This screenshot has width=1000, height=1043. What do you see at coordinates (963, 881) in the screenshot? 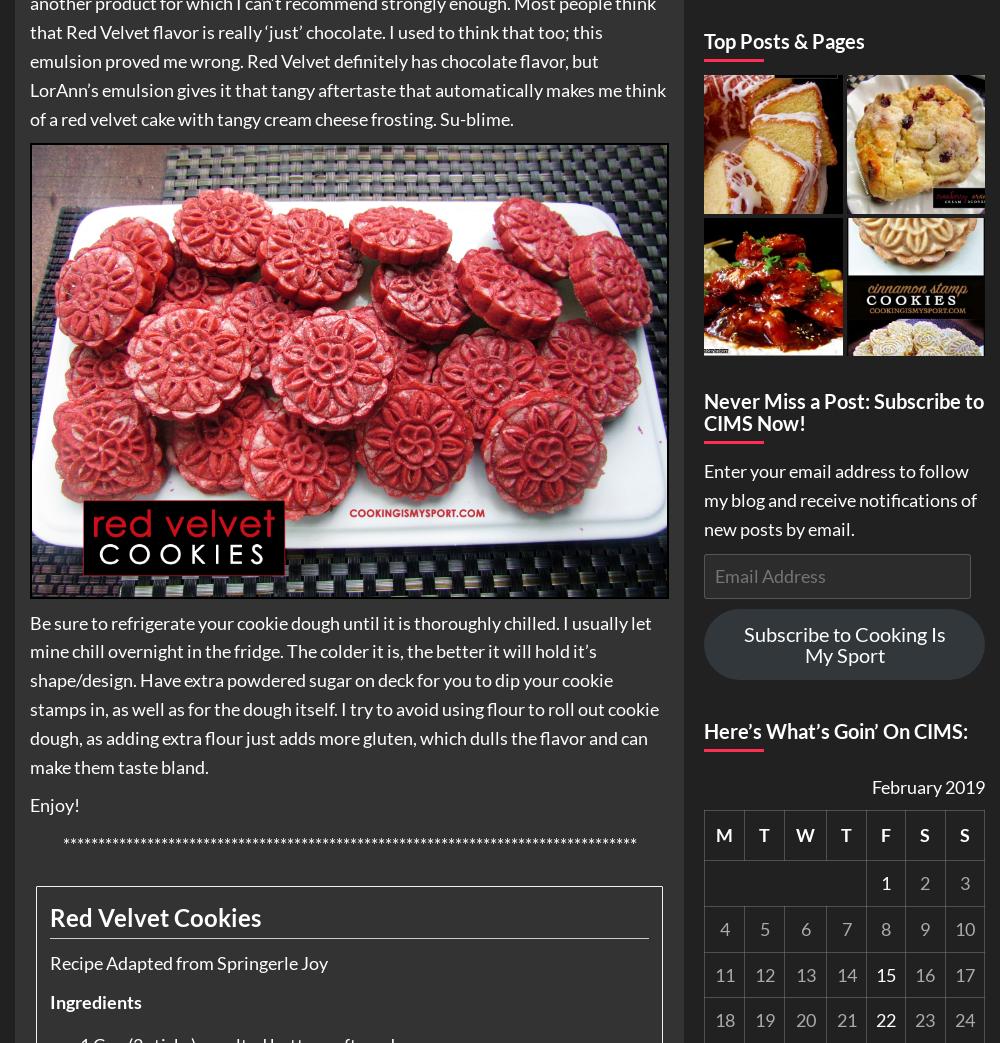
I see `'3'` at bounding box center [963, 881].